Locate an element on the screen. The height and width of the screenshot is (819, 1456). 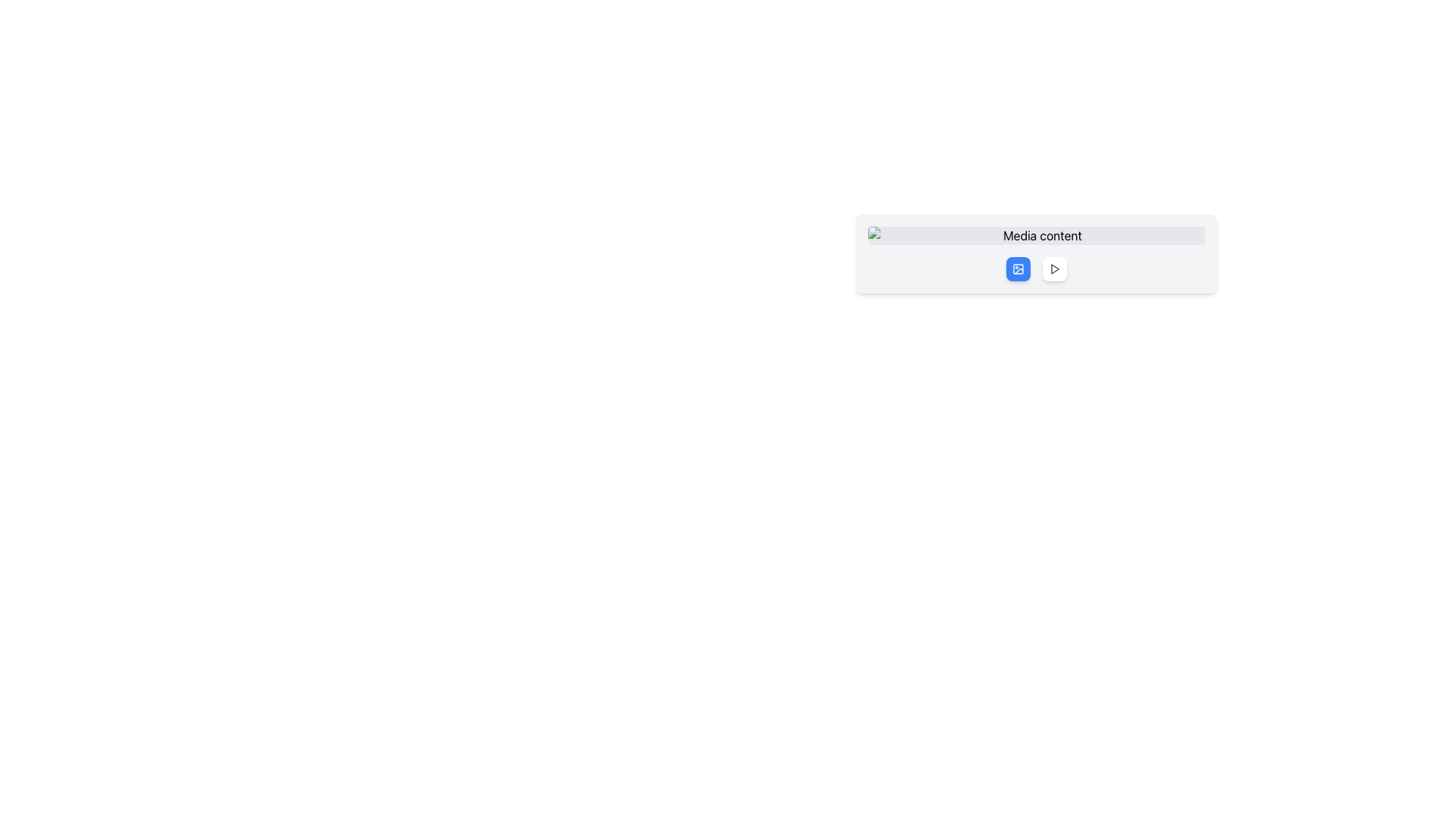
the small play button with a rounded white background and gray triangle, located below the title 'Media content', to trigger visual feedback is located at coordinates (1054, 268).